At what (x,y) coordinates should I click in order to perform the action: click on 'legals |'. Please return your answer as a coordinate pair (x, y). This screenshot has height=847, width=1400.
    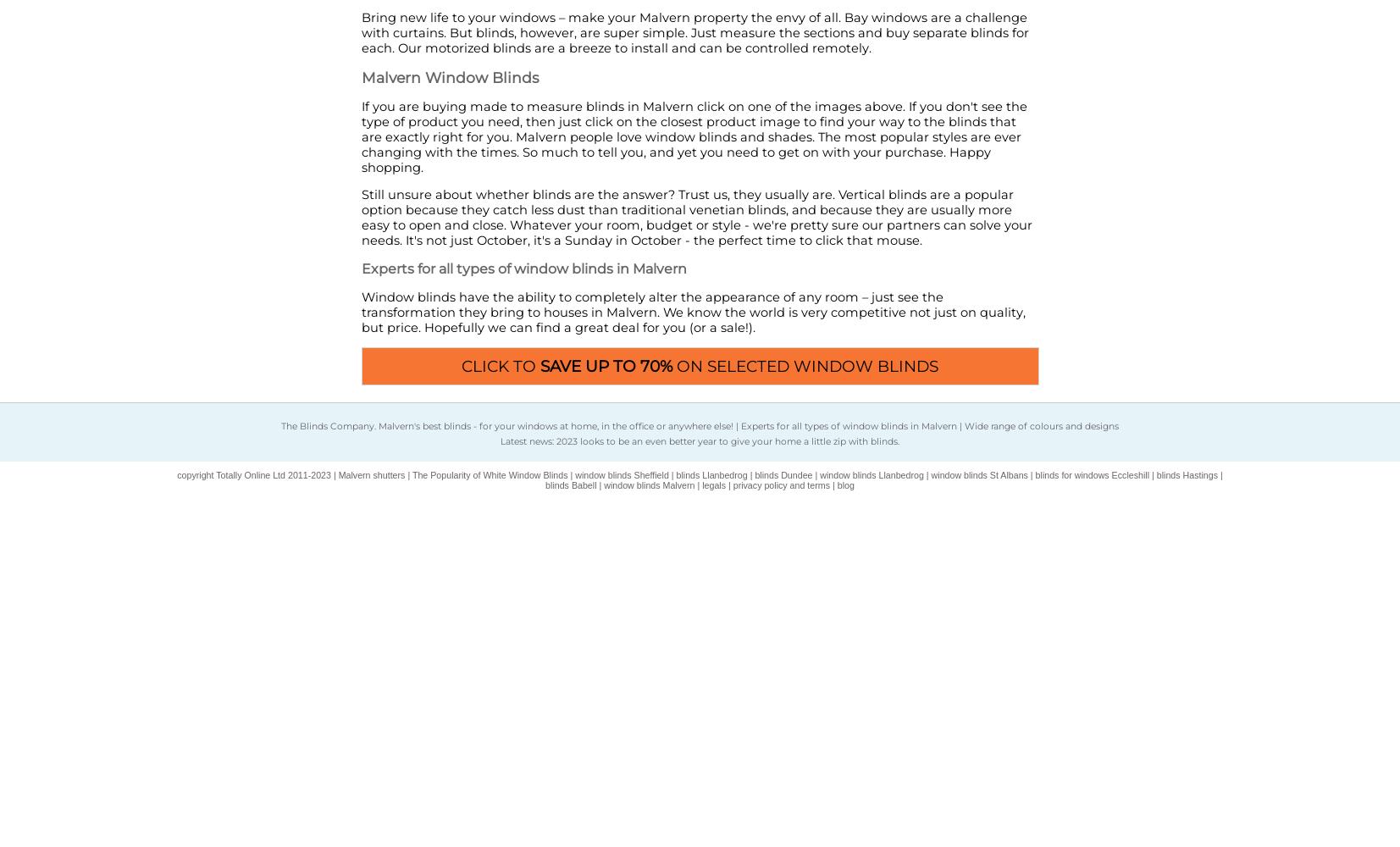
    Looking at the image, I should click on (701, 484).